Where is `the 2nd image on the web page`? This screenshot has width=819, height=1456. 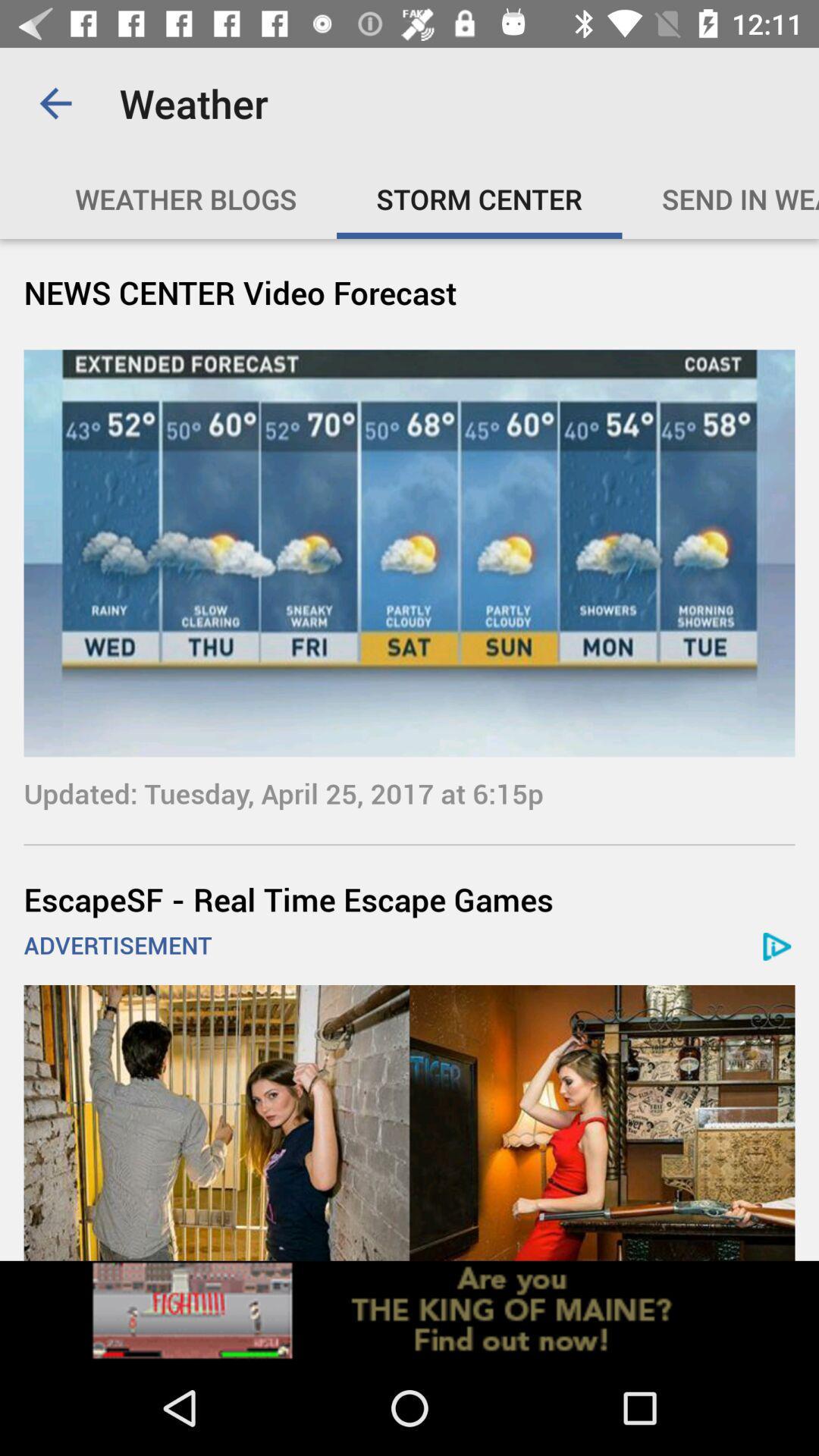 the 2nd image on the web page is located at coordinates (409, 1123).